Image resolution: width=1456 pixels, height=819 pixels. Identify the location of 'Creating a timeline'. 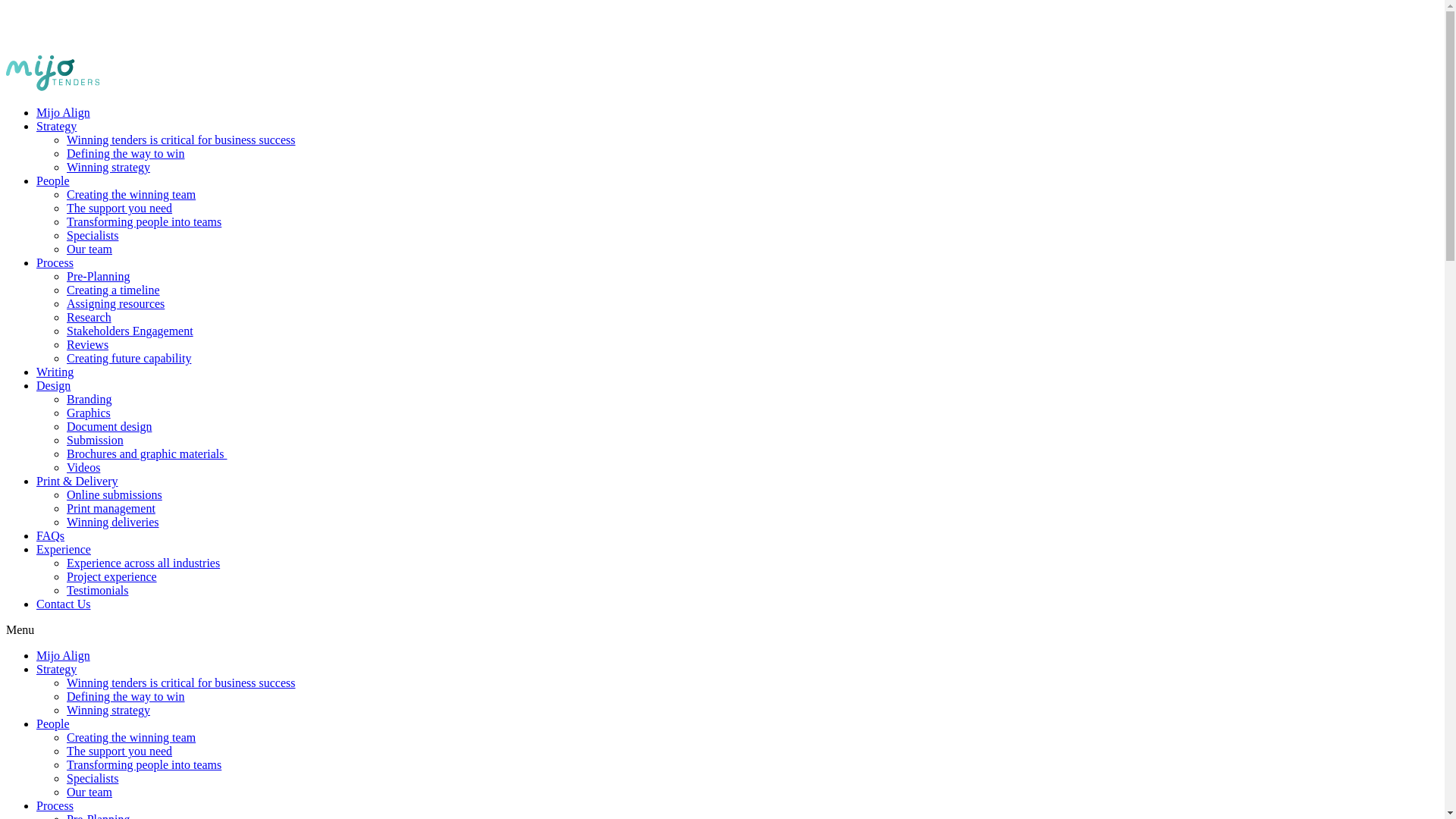
(65, 290).